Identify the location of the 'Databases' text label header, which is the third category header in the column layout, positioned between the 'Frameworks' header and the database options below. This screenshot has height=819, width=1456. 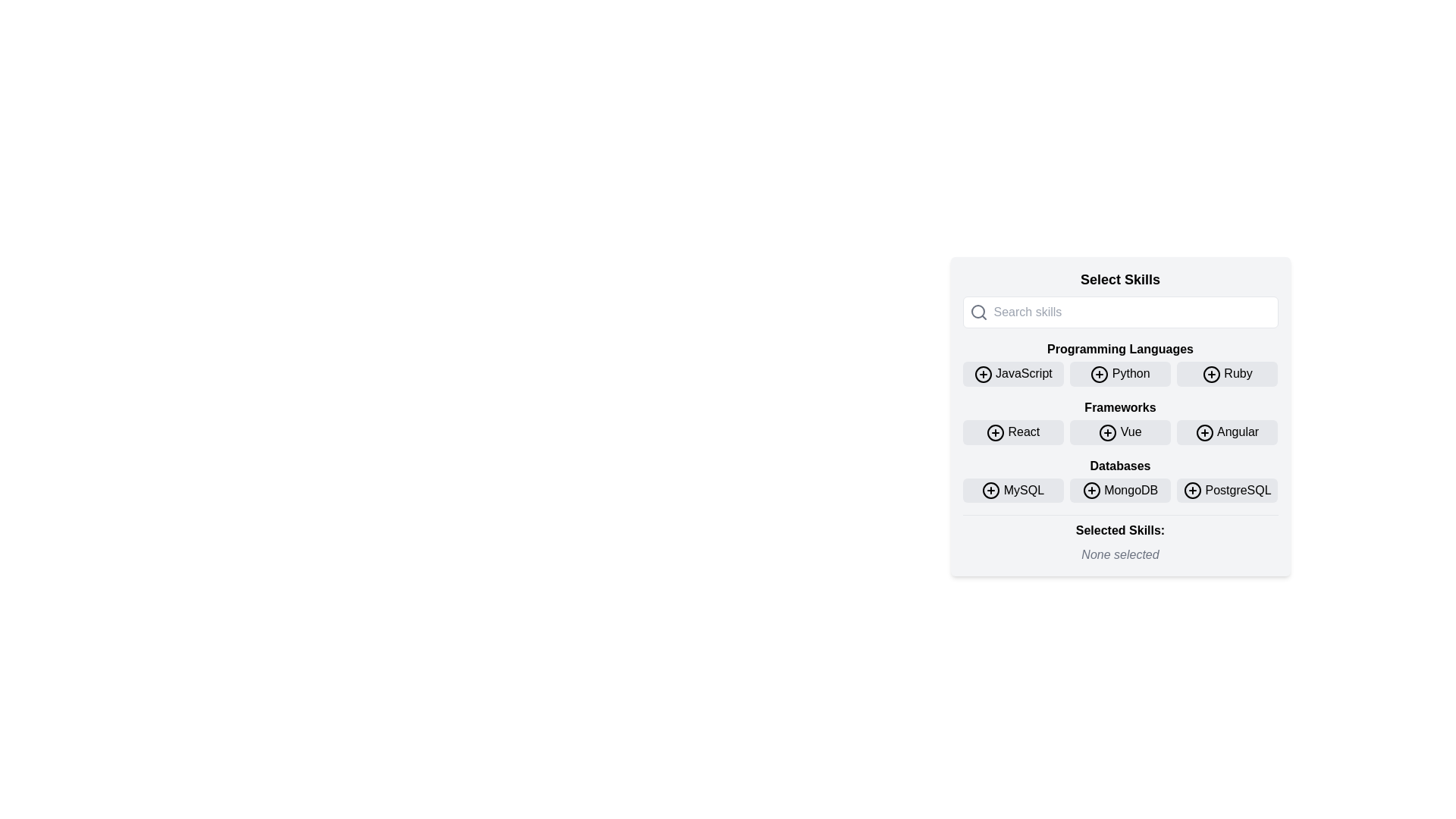
(1120, 465).